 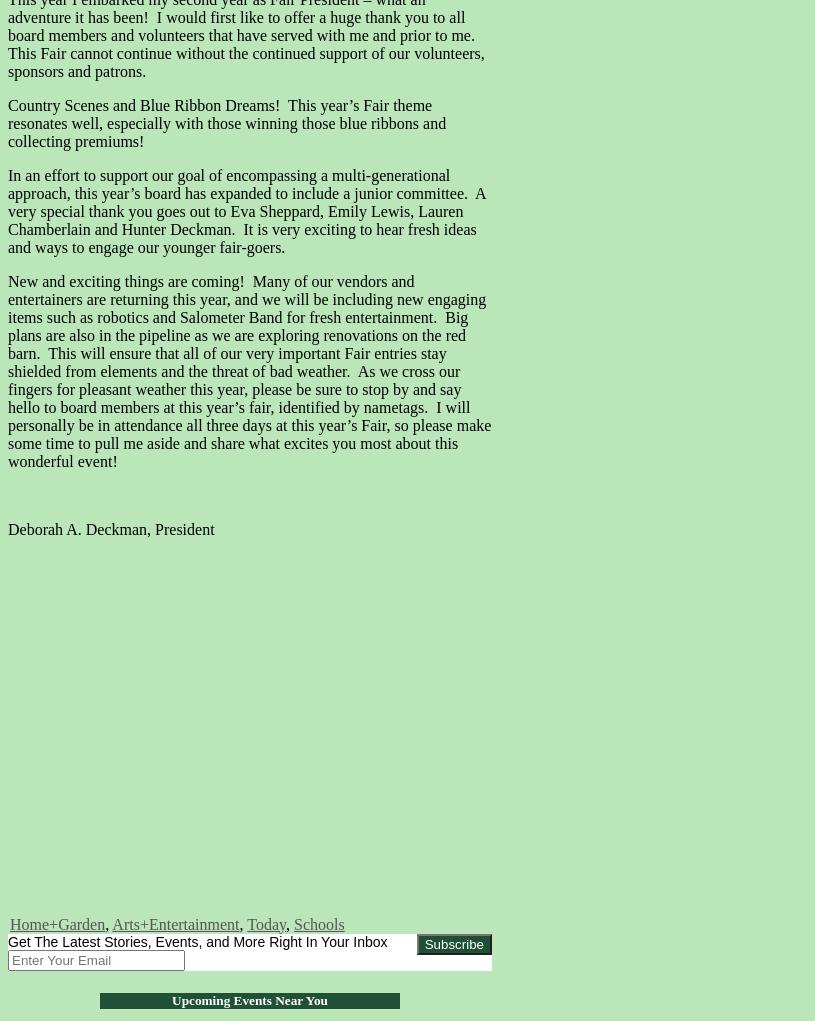 I want to click on 'Get The Latest Stories, Events, and More Right In Your Inbox', so click(x=6, y=940).